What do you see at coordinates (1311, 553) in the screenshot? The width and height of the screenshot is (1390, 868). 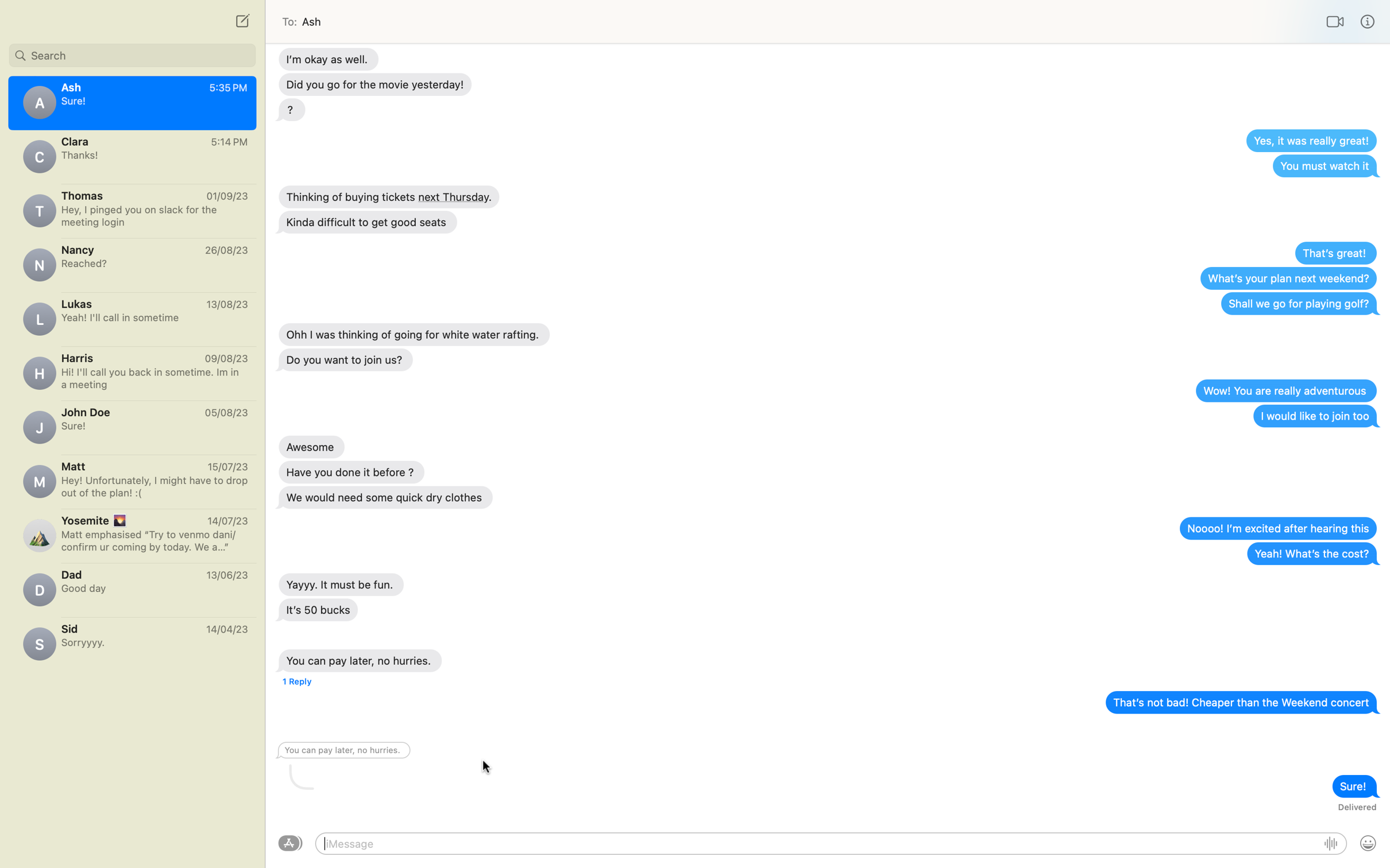 I see `more options for the text string "Yeah, what"s the cost?" with a right-click` at bounding box center [1311, 553].